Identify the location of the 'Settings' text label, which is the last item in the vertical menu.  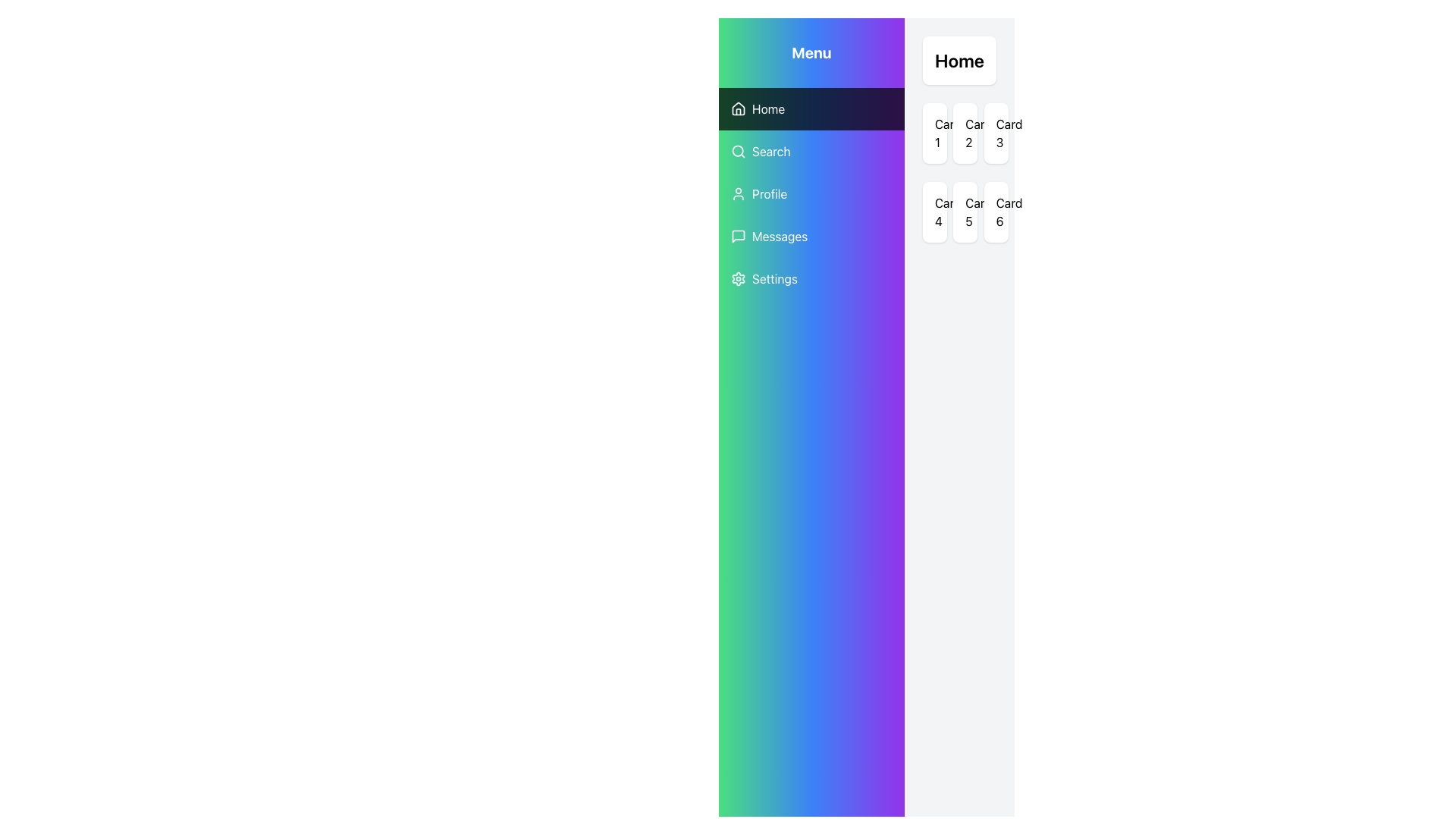
(775, 278).